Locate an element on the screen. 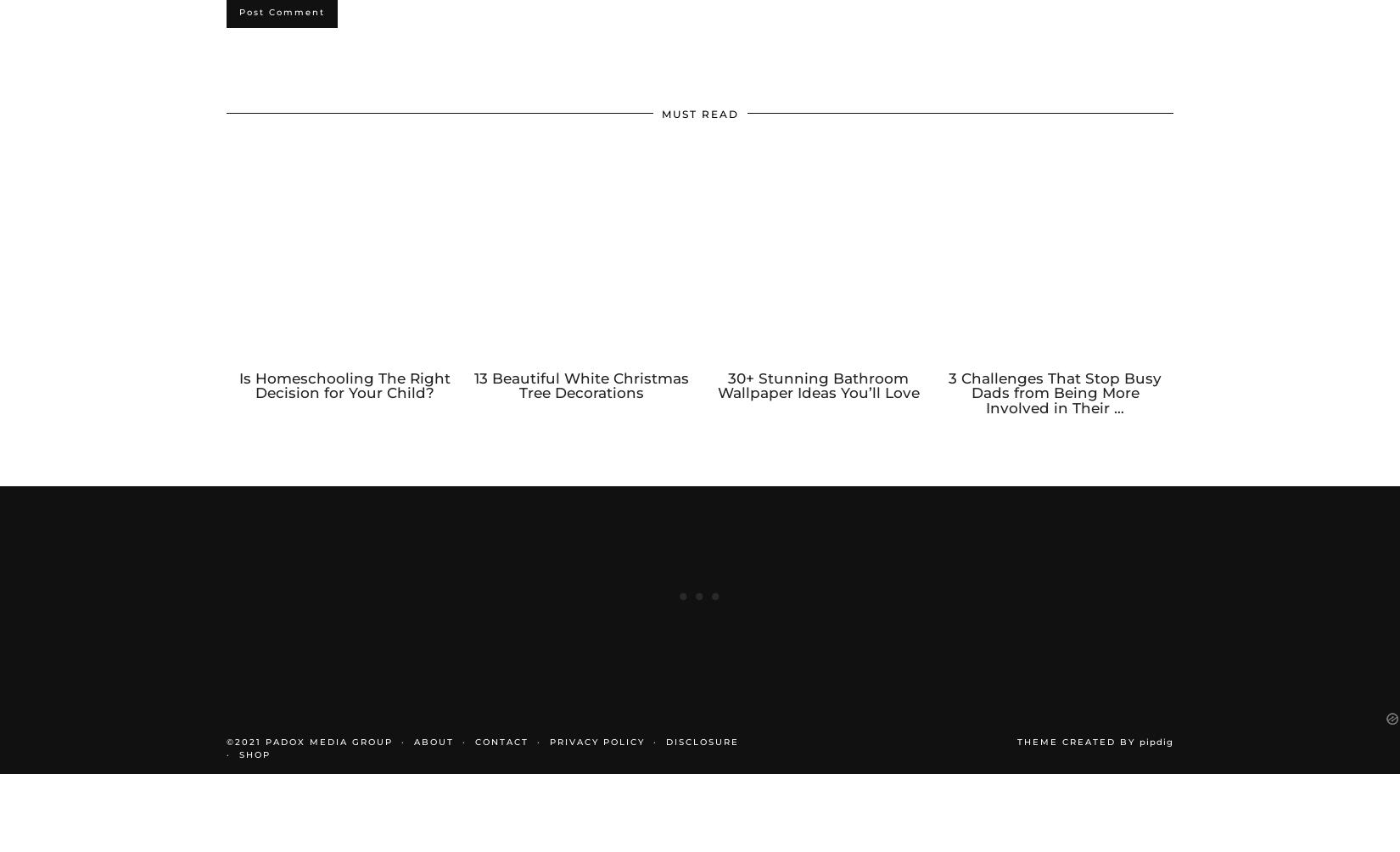  'PRIVACY POLICY' is located at coordinates (596, 758).